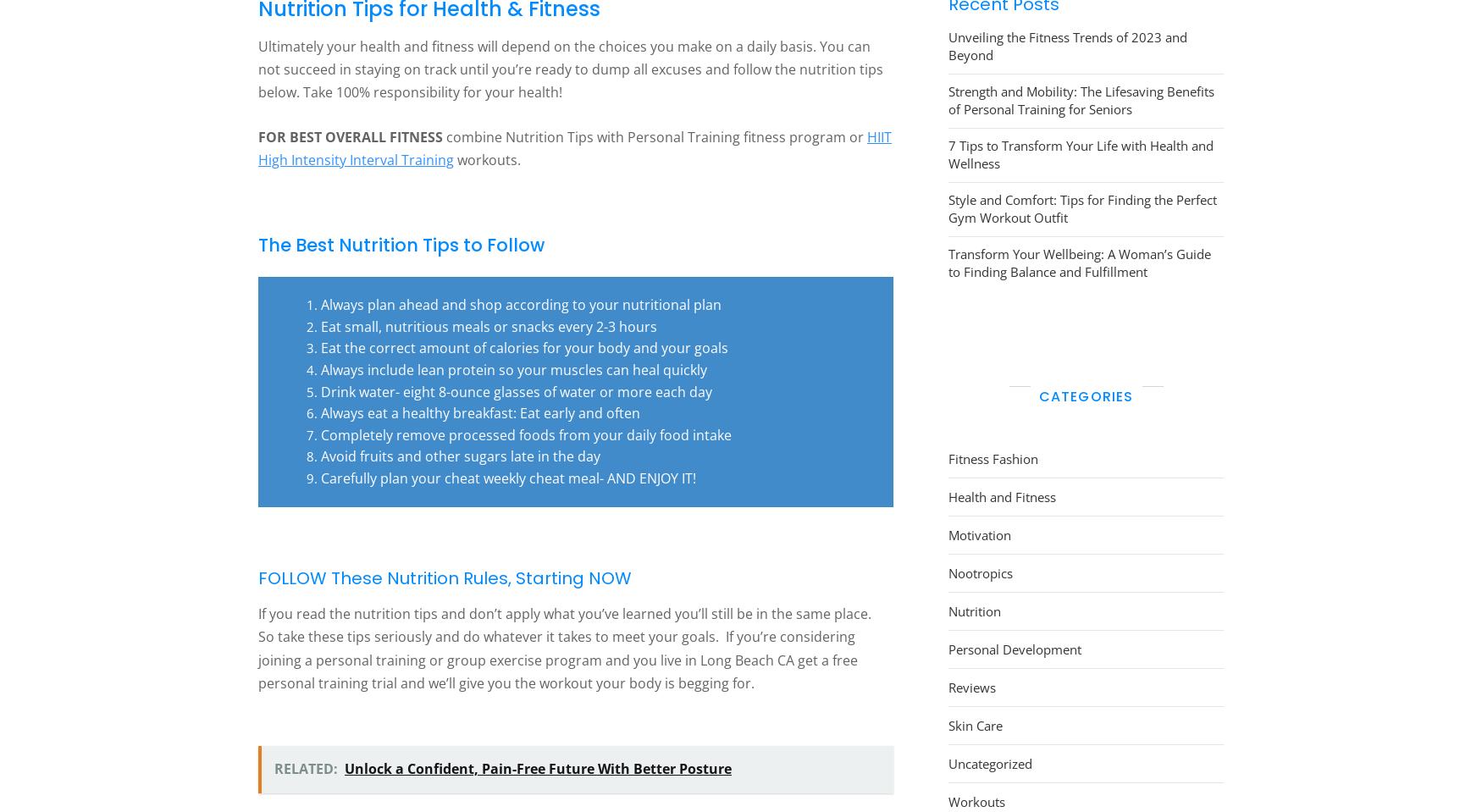 This screenshot has height=812, width=1482. Describe the element at coordinates (1001, 496) in the screenshot. I see `'Health and Fitness'` at that location.